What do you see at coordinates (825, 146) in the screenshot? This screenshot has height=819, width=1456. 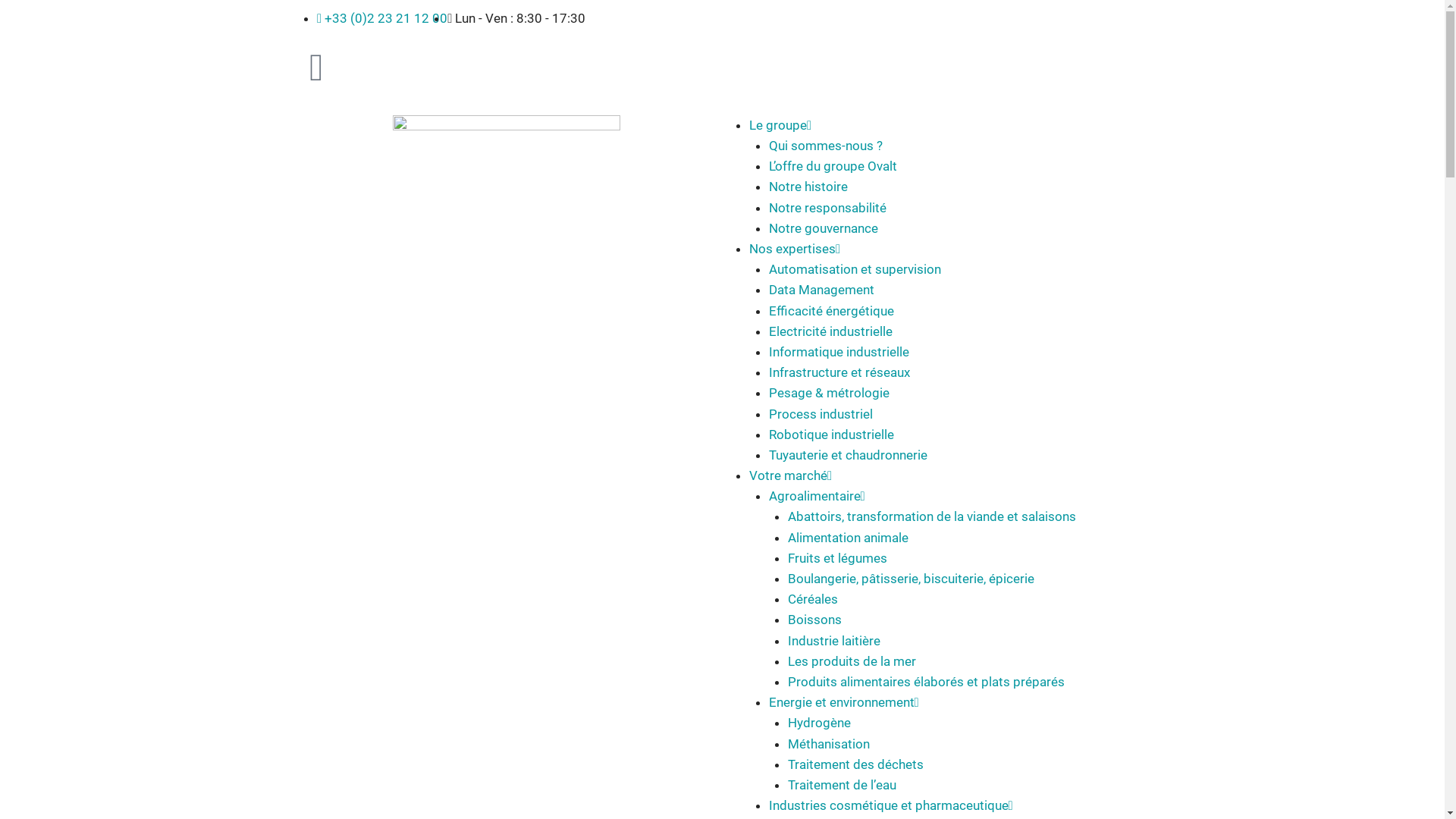 I see `'Qui sommes-nous ?'` at bounding box center [825, 146].